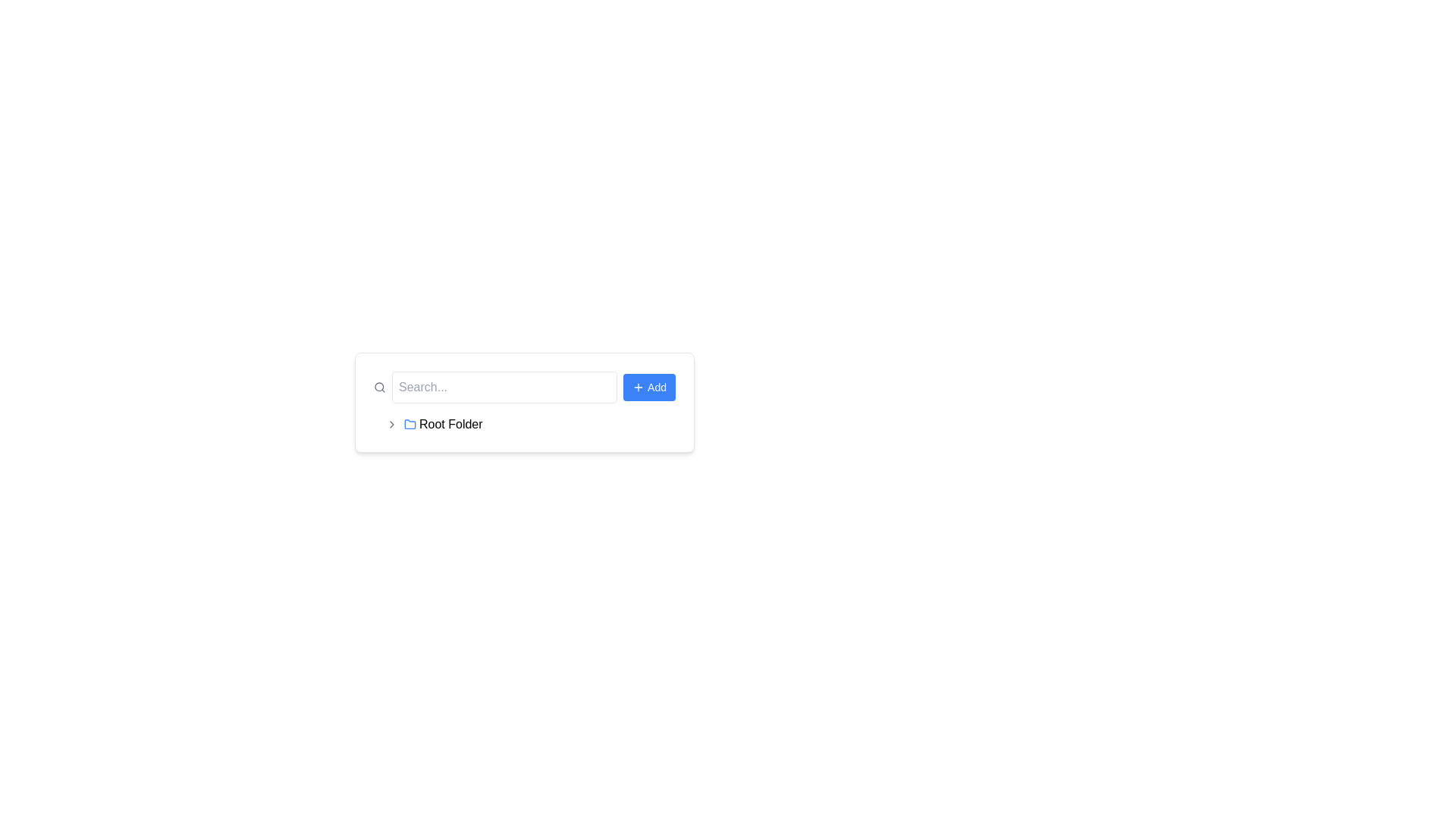  What do you see at coordinates (410, 424) in the screenshot?
I see `the folder icon located to the left of the 'Root Folder' text to interact with the folder` at bounding box center [410, 424].